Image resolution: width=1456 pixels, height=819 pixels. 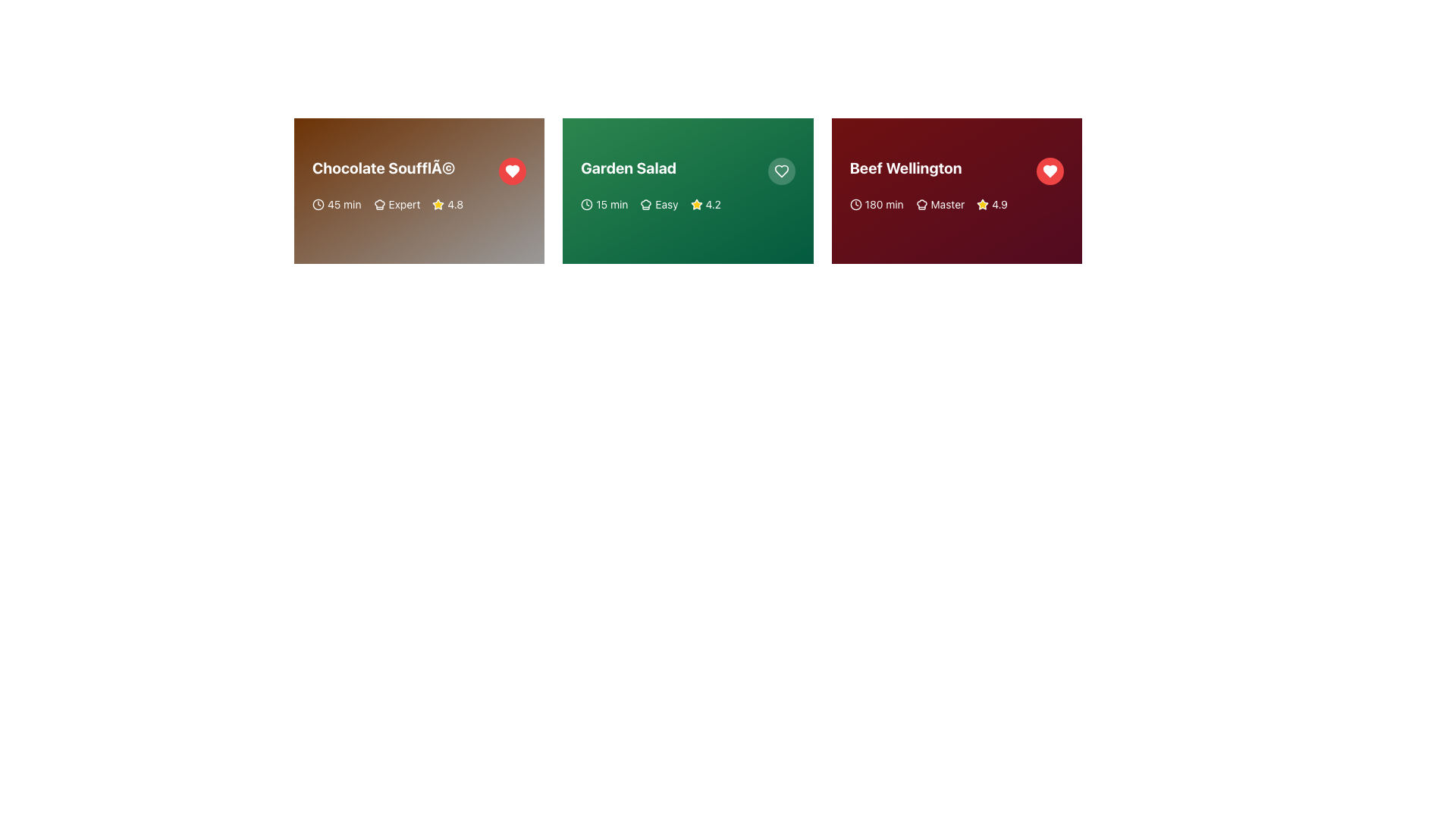 I want to click on the yellow star icon representing a rating for 'Chocolate Soufflé', located next to the numeric rating of '4.8', so click(x=438, y=205).